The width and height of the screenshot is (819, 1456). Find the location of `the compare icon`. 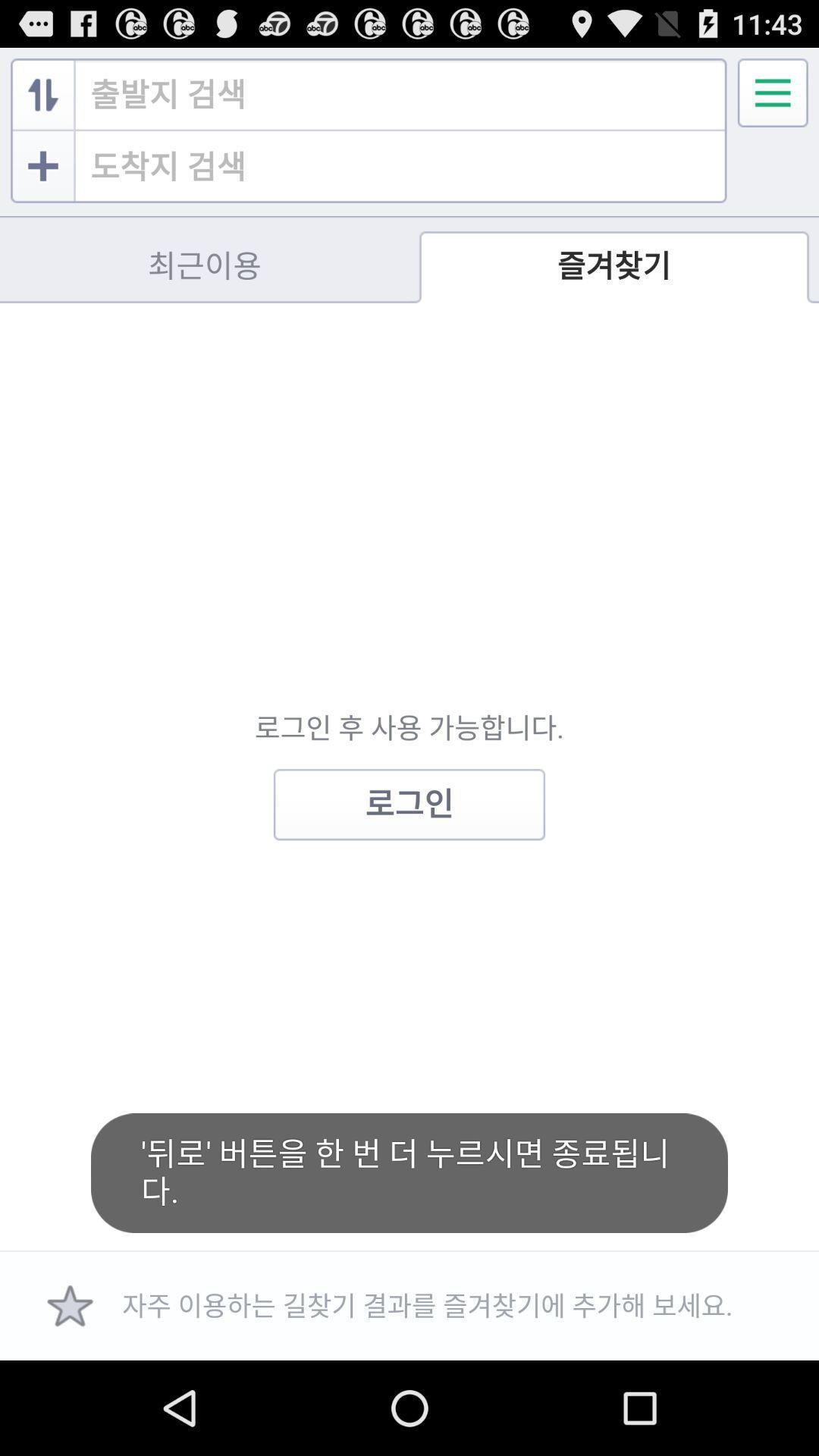

the compare icon is located at coordinates (42, 101).